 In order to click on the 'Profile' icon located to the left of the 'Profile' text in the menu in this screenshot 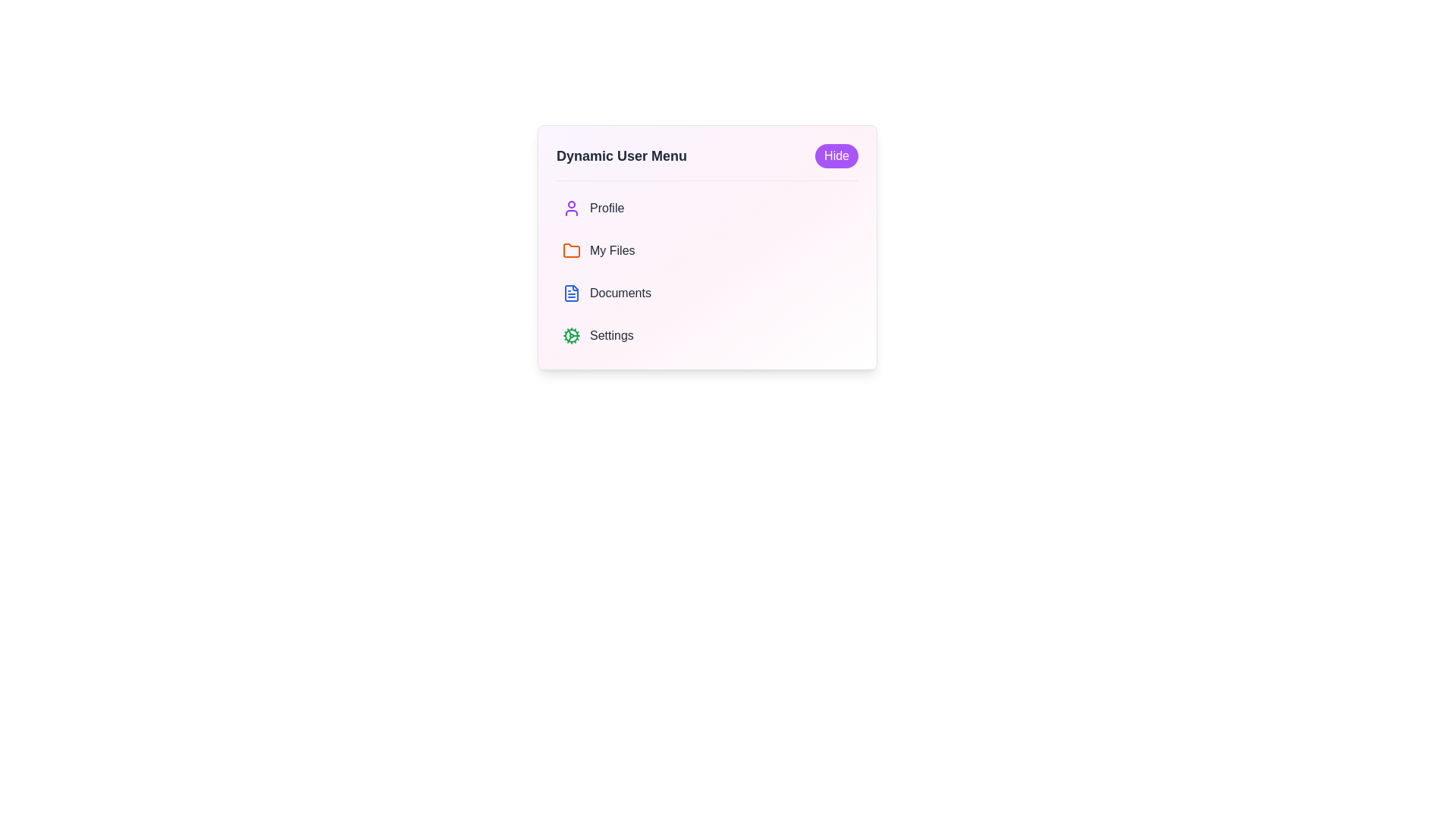, I will do `click(570, 208)`.